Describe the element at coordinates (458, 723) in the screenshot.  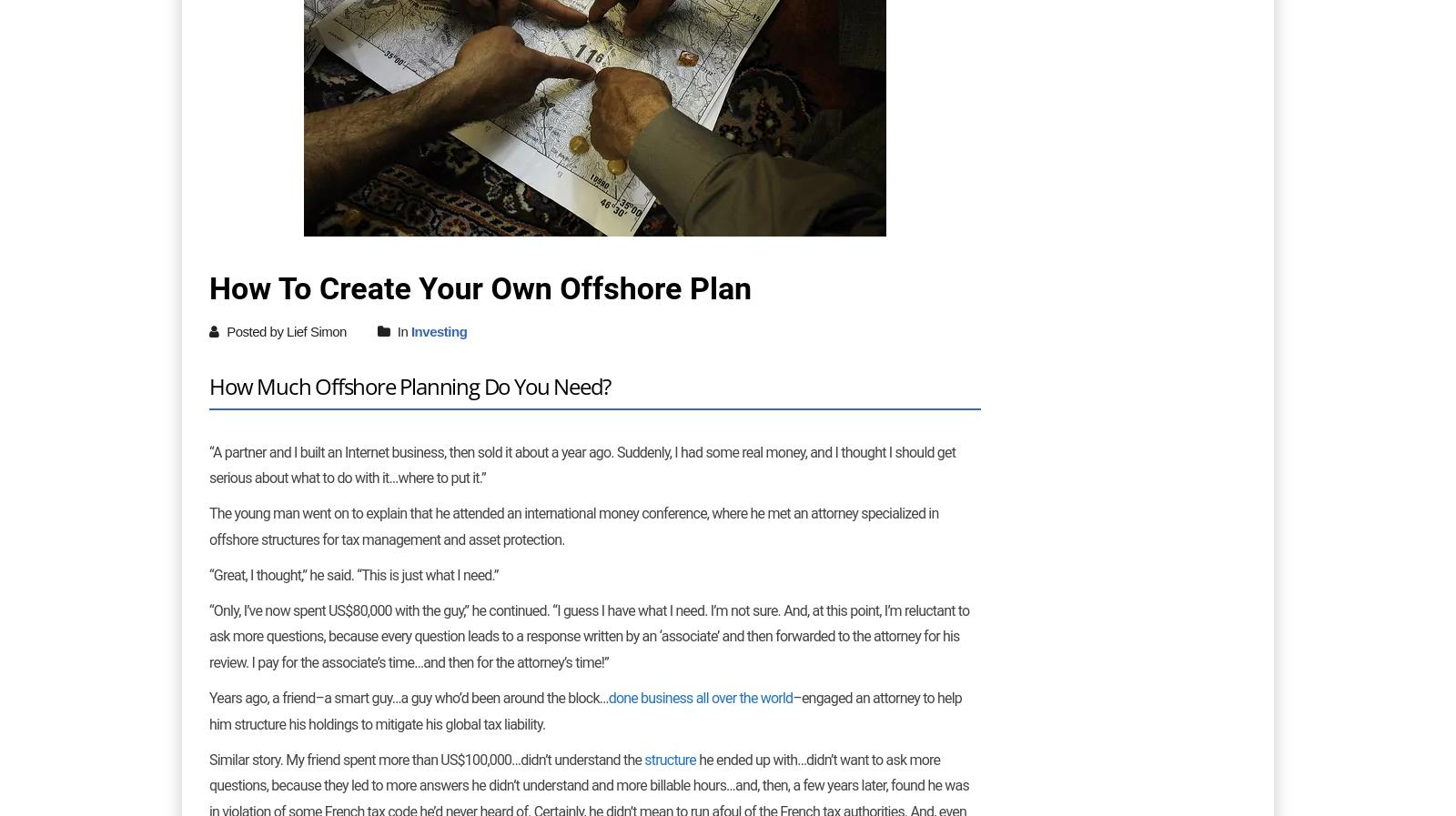
I see `'mitigate his global tax liability.'` at that location.